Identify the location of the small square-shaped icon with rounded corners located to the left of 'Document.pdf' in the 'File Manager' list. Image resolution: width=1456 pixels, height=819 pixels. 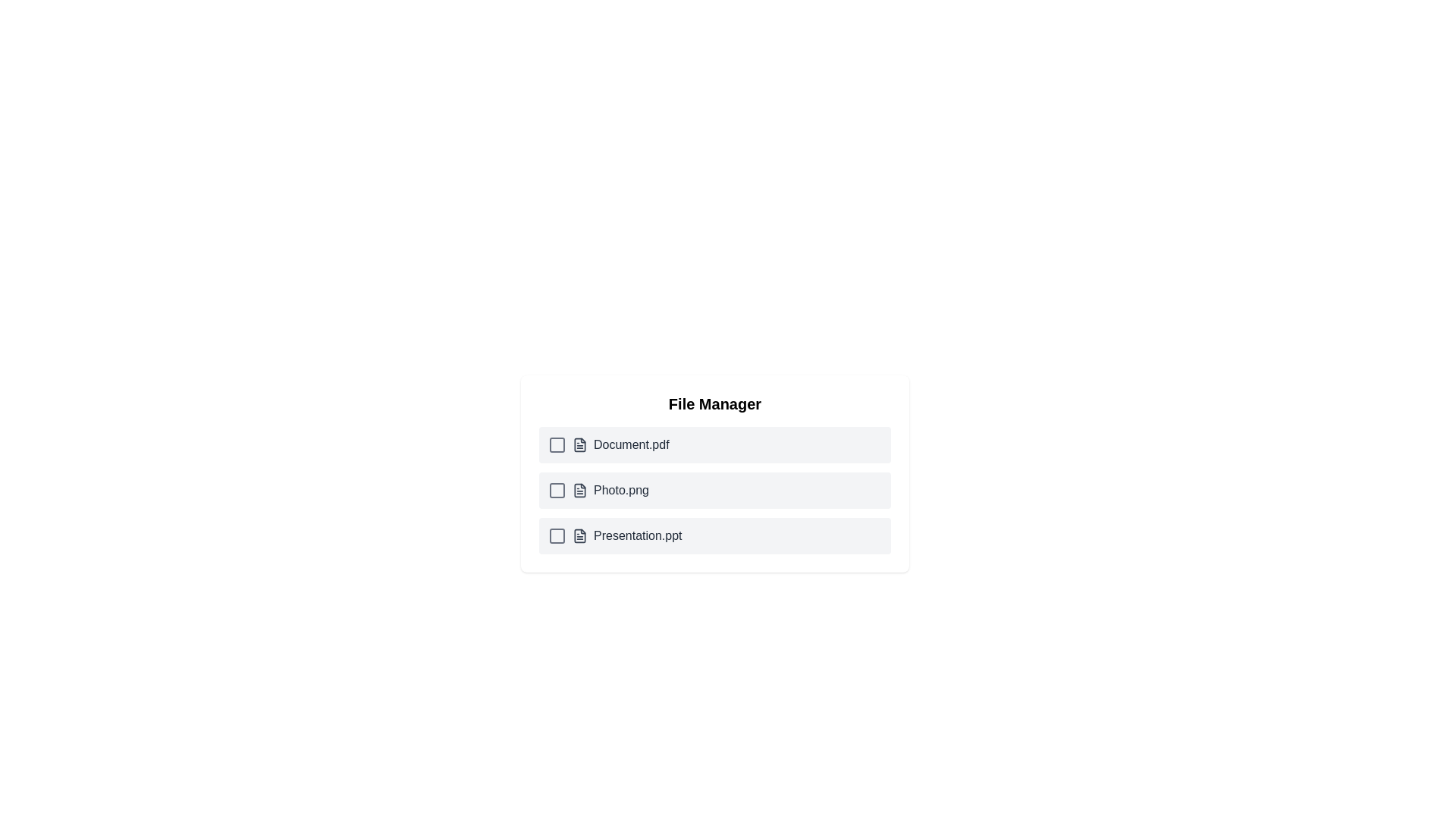
(556, 444).